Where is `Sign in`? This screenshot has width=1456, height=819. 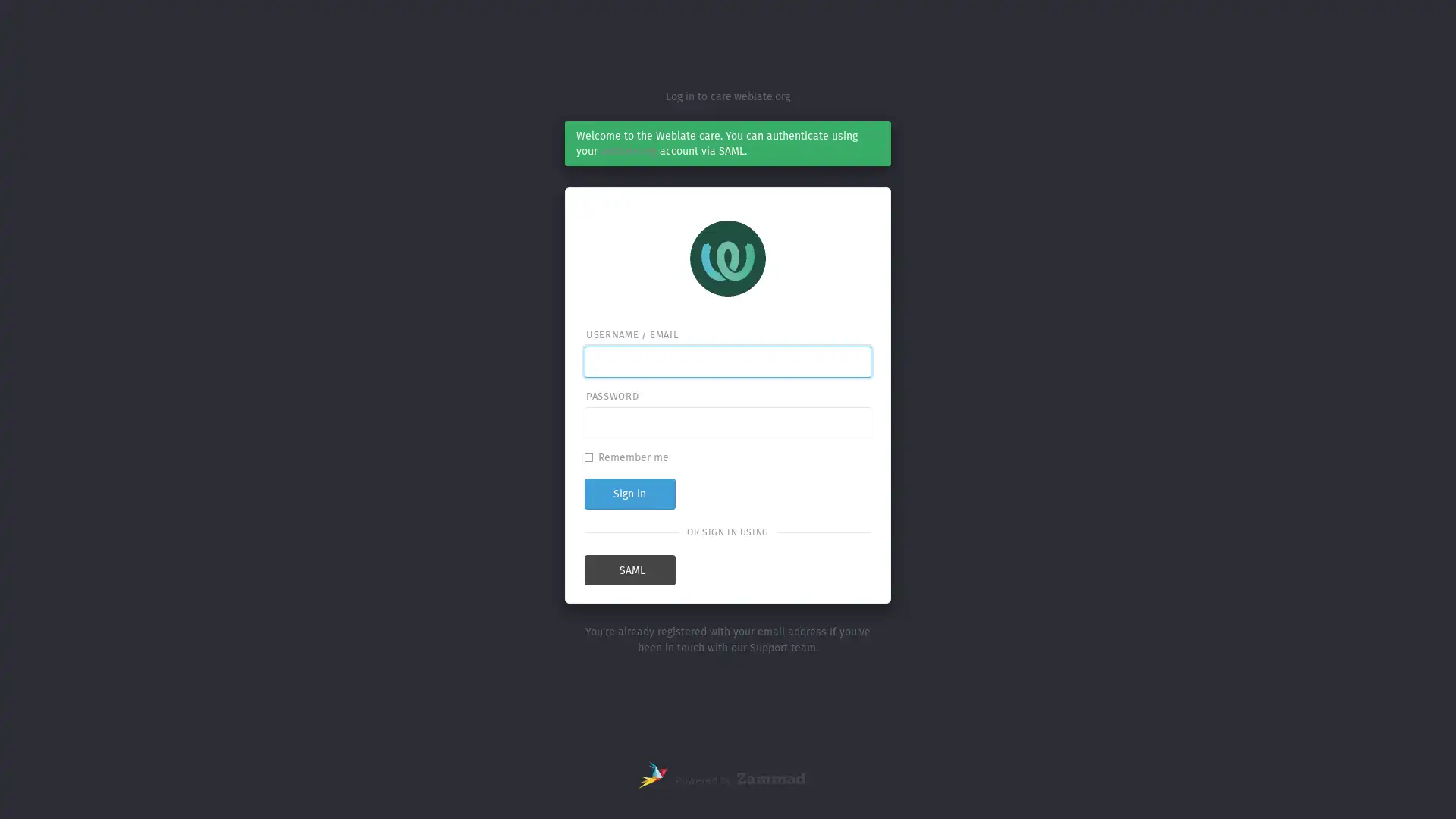 Sign in is located at coordinates (629, 493).